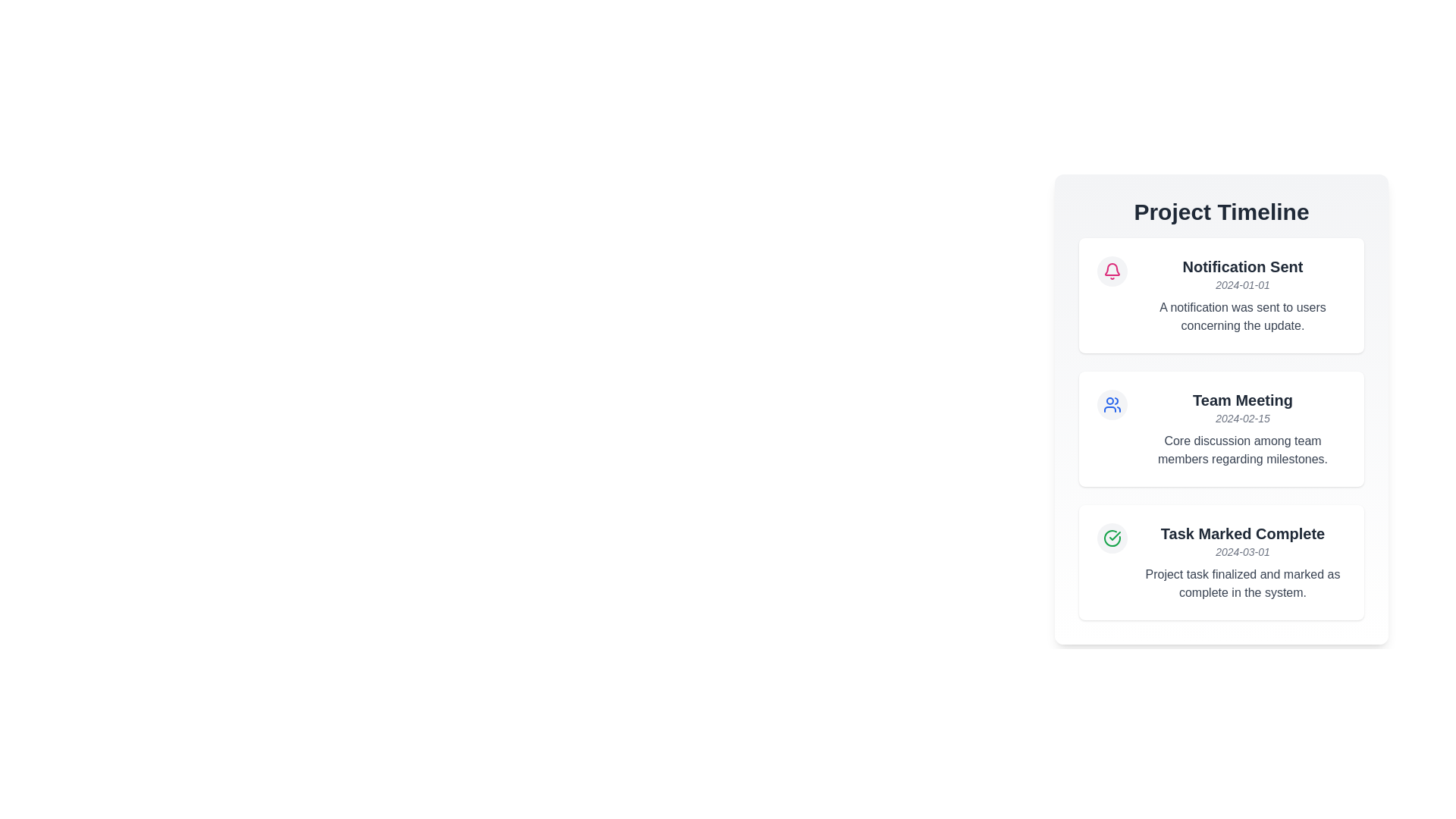  Describe the element at coordinates (1242, 583) in the screenshot. I see `the static text block that displays the message 'Project task finalized and marked as complete in the system.' located at the bottom of the 'Task Marked Complete' event card in the 'Project Timeline' section` at that location.